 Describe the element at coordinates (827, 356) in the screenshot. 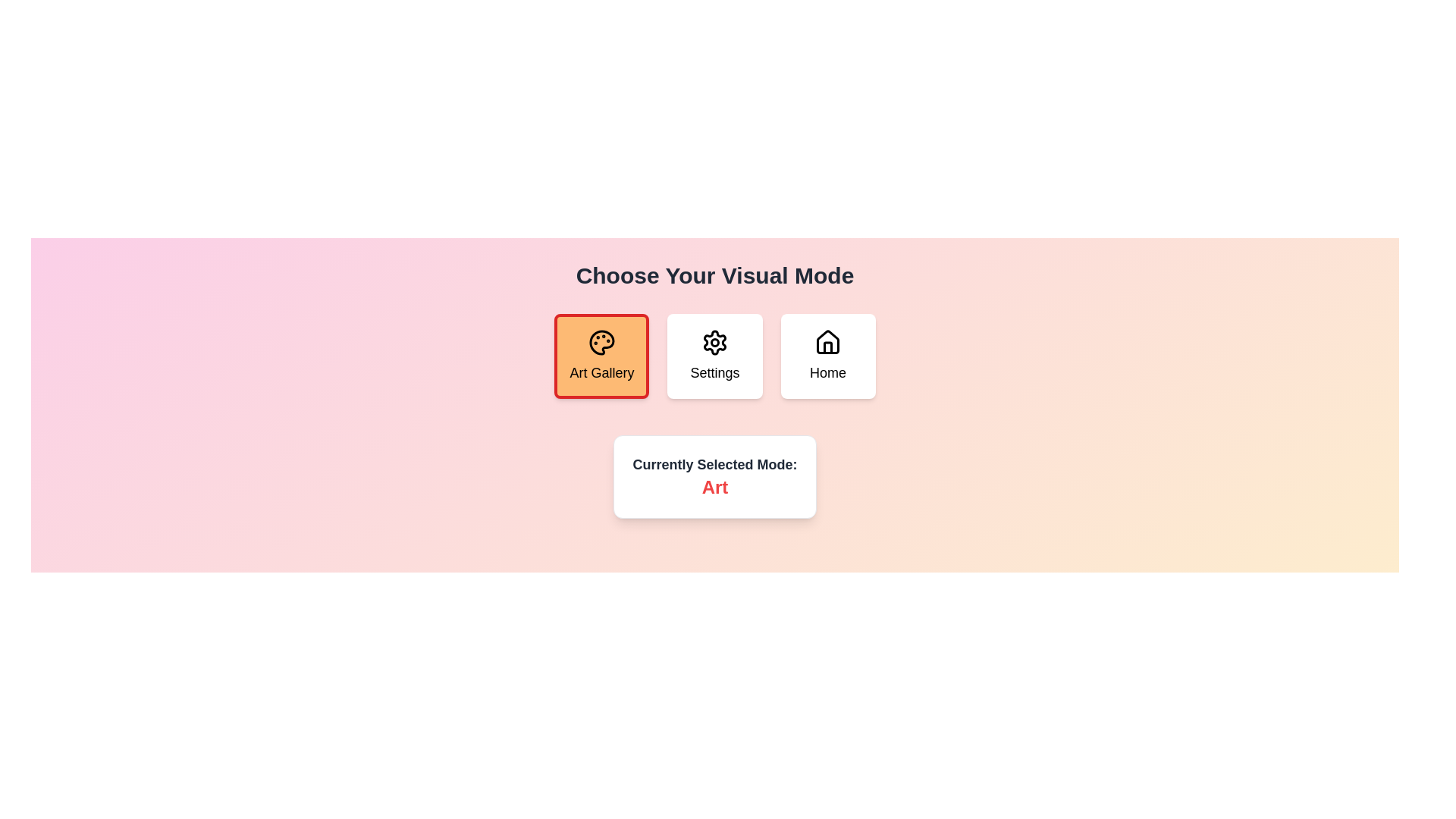

I see `the mode labeled Home to inspect its icon and label` at that location.